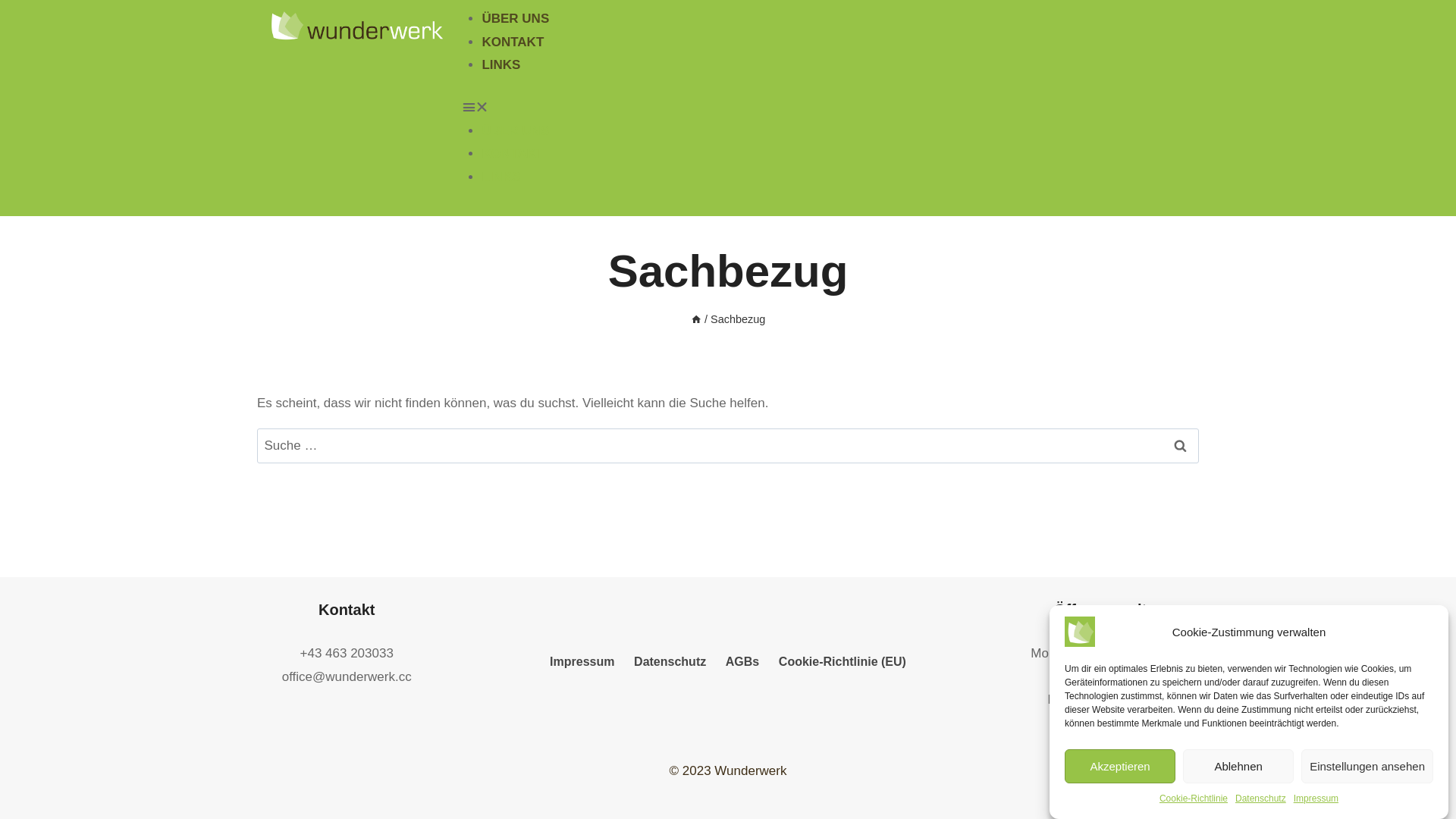 This screenshot has width=1456, height=819. What do you see at coordinates (539, 661) in the screenshot?
I see `'Impressum'` at bounding box center [539, 661].